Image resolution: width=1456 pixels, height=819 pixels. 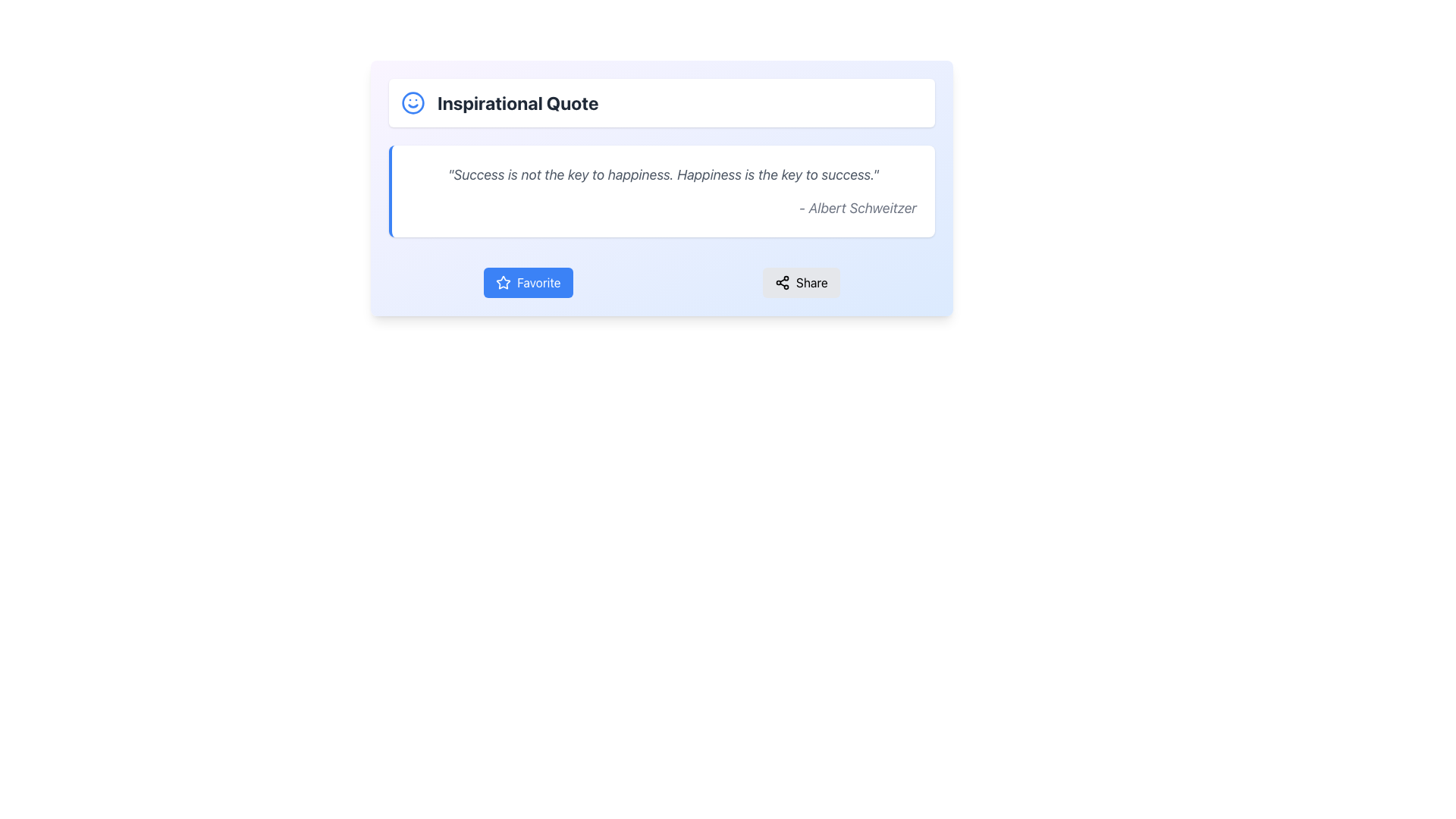 What do you see at coordinates (504, 283) in the screenshot?
I see `the star-shaped icon to the left of the 'Favorite' text within the blue button to mark it as favorite` at bounding box center [504, 283].